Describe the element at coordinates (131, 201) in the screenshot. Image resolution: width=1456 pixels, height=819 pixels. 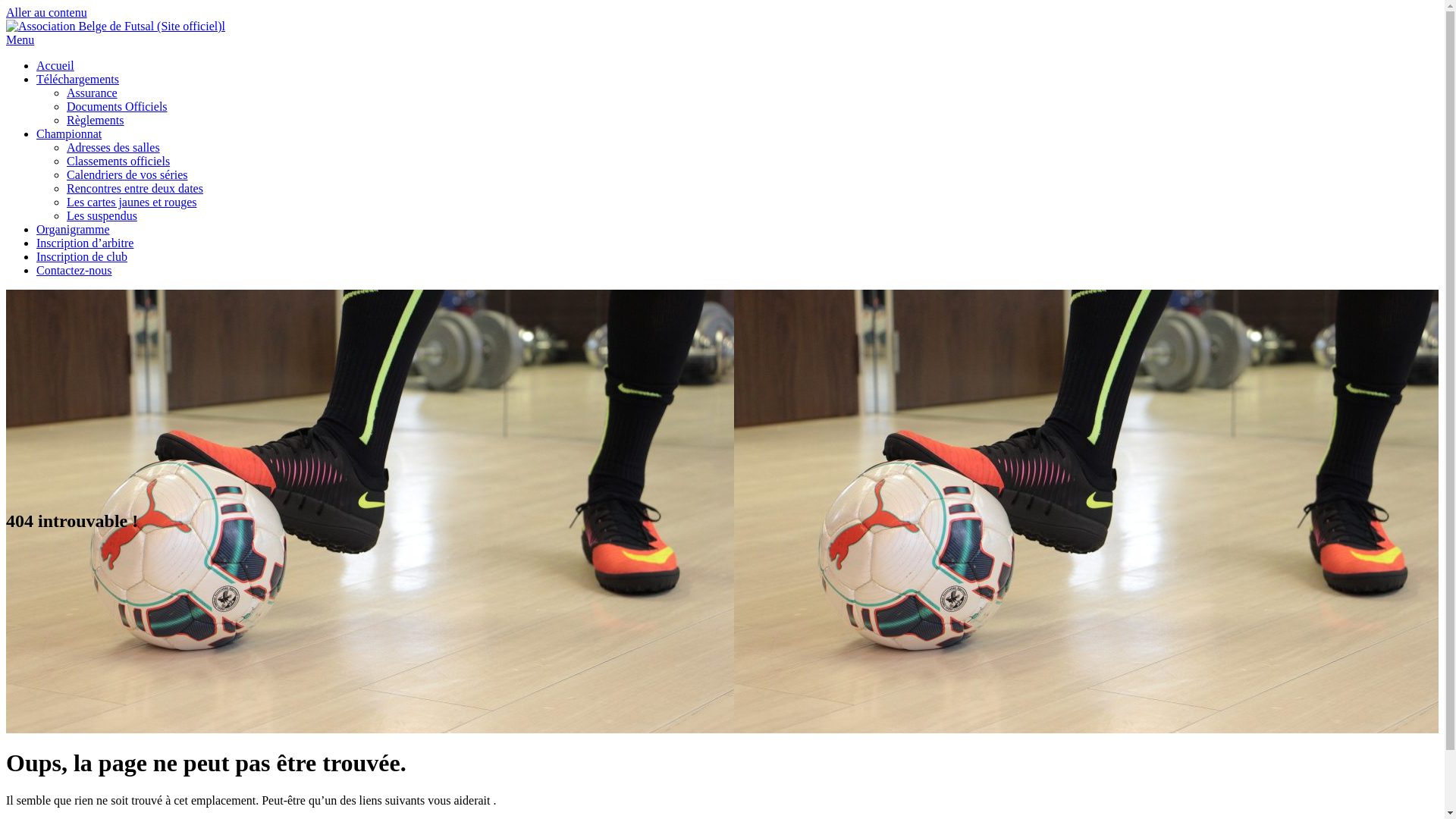
I see `'Les cartes jaunes et rouges'` at that location.